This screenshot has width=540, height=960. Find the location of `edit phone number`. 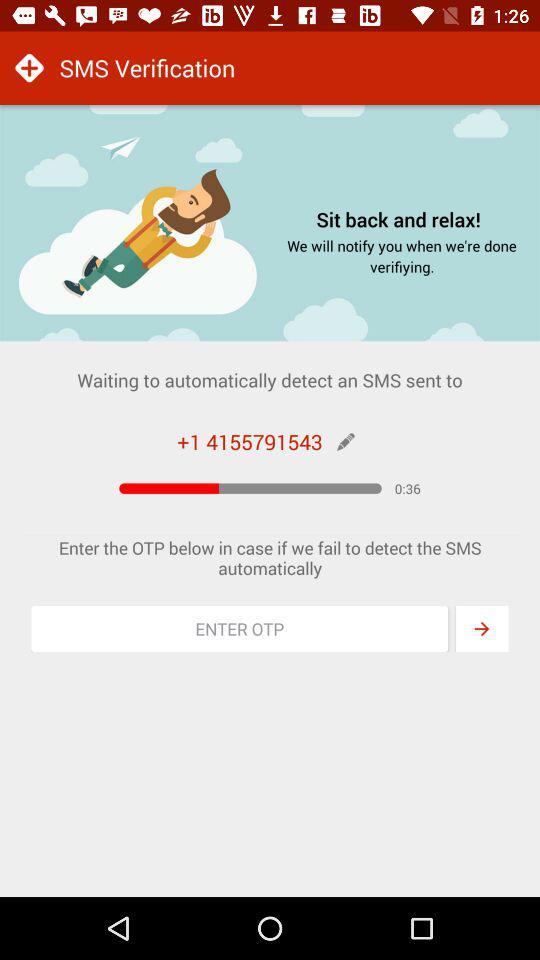

edit phone number is located at coordinates (344, 442).